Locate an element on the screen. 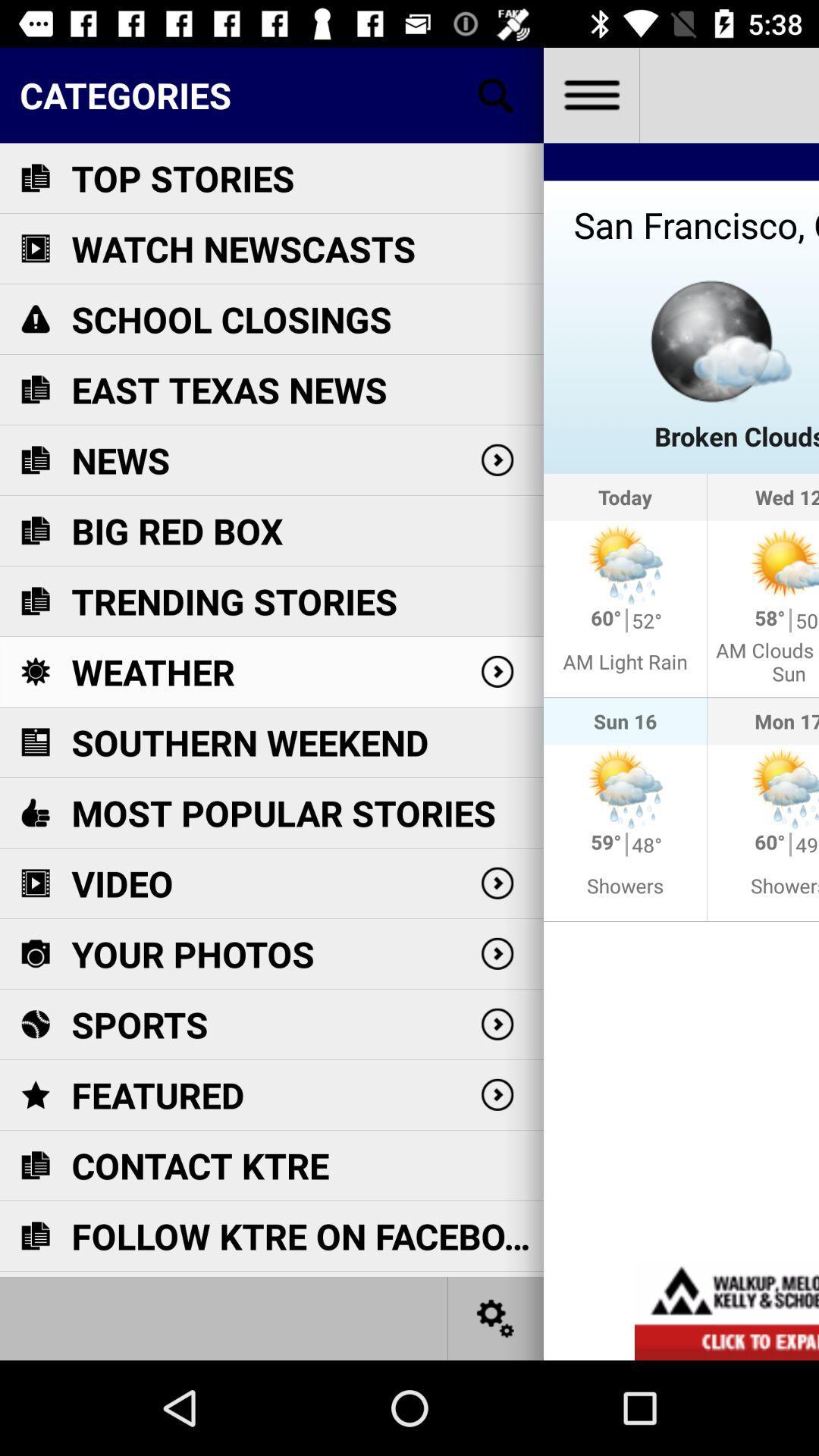 Image resolution: width=819 pixels, height=1456 pixels. search box is located at coordinates (496, 94).